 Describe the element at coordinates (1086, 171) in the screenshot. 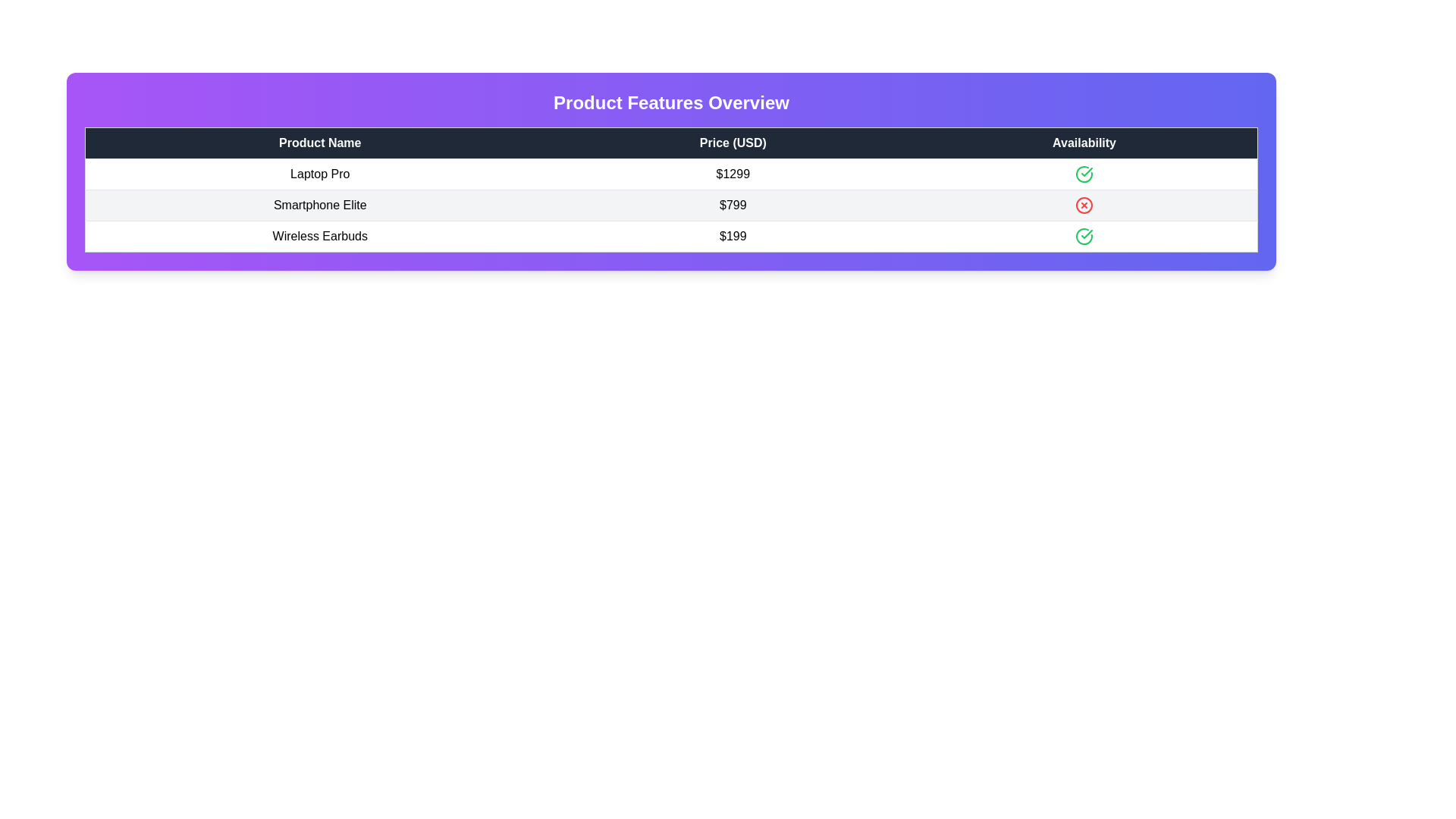

I see `the green checkmark icon in the 'Availability' column for 'Wireless Earbuds' to indicate a positive state` at that location.